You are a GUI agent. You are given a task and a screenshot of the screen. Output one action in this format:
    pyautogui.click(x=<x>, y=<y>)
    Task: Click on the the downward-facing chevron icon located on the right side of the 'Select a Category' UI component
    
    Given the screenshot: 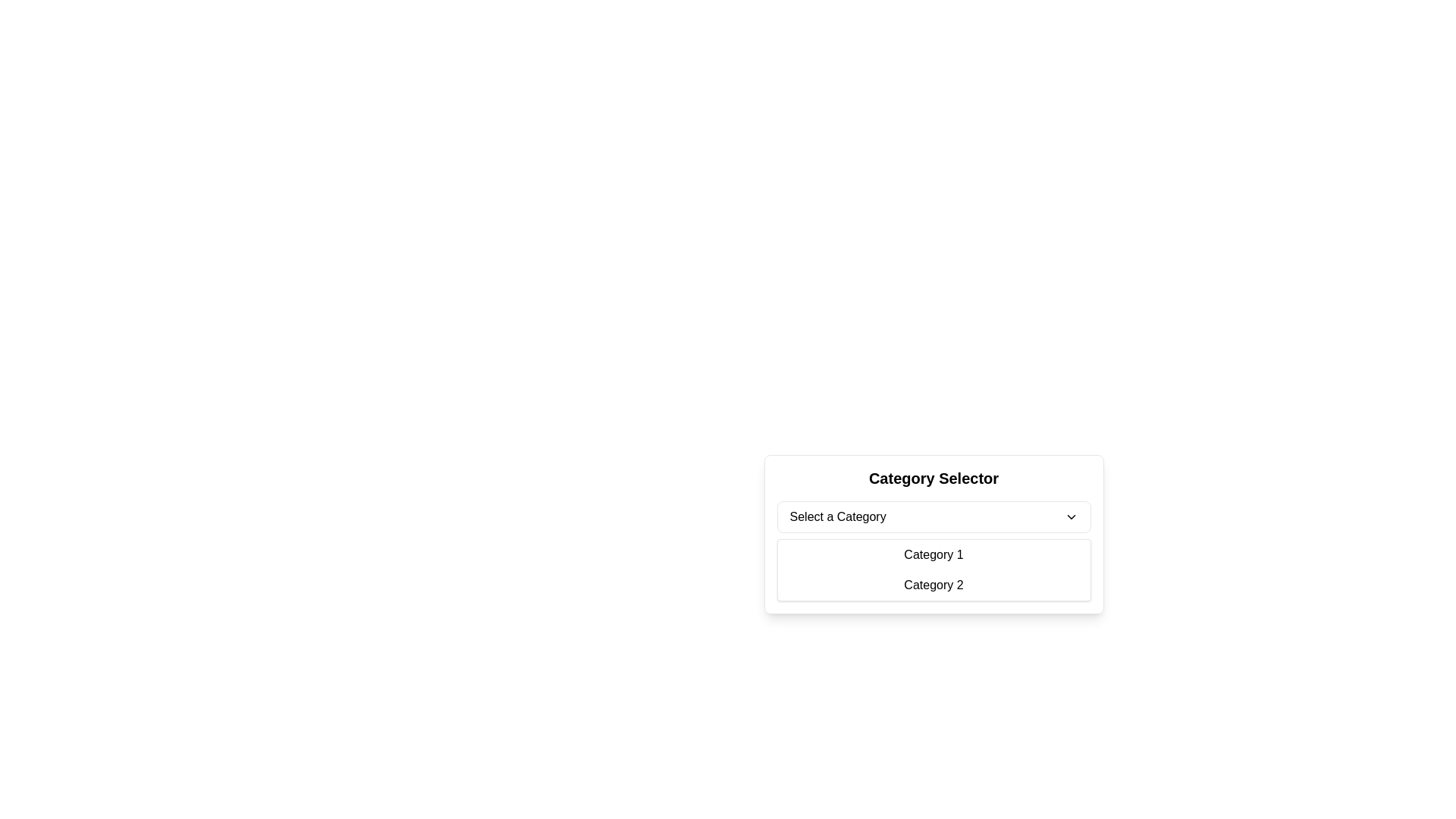 What is the action you would take?
    pyautogui.click(x=1070, y=516)
    